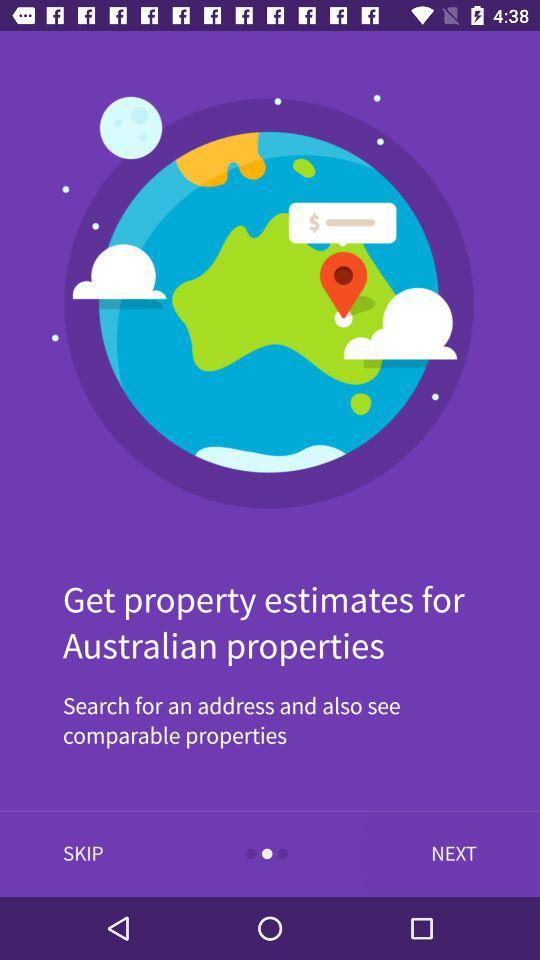 The image size is (540, 960). What do you see at coordinates (82, 853) in the screenshot?
I see `the item below search for an item` at bounding box center [82, 853].